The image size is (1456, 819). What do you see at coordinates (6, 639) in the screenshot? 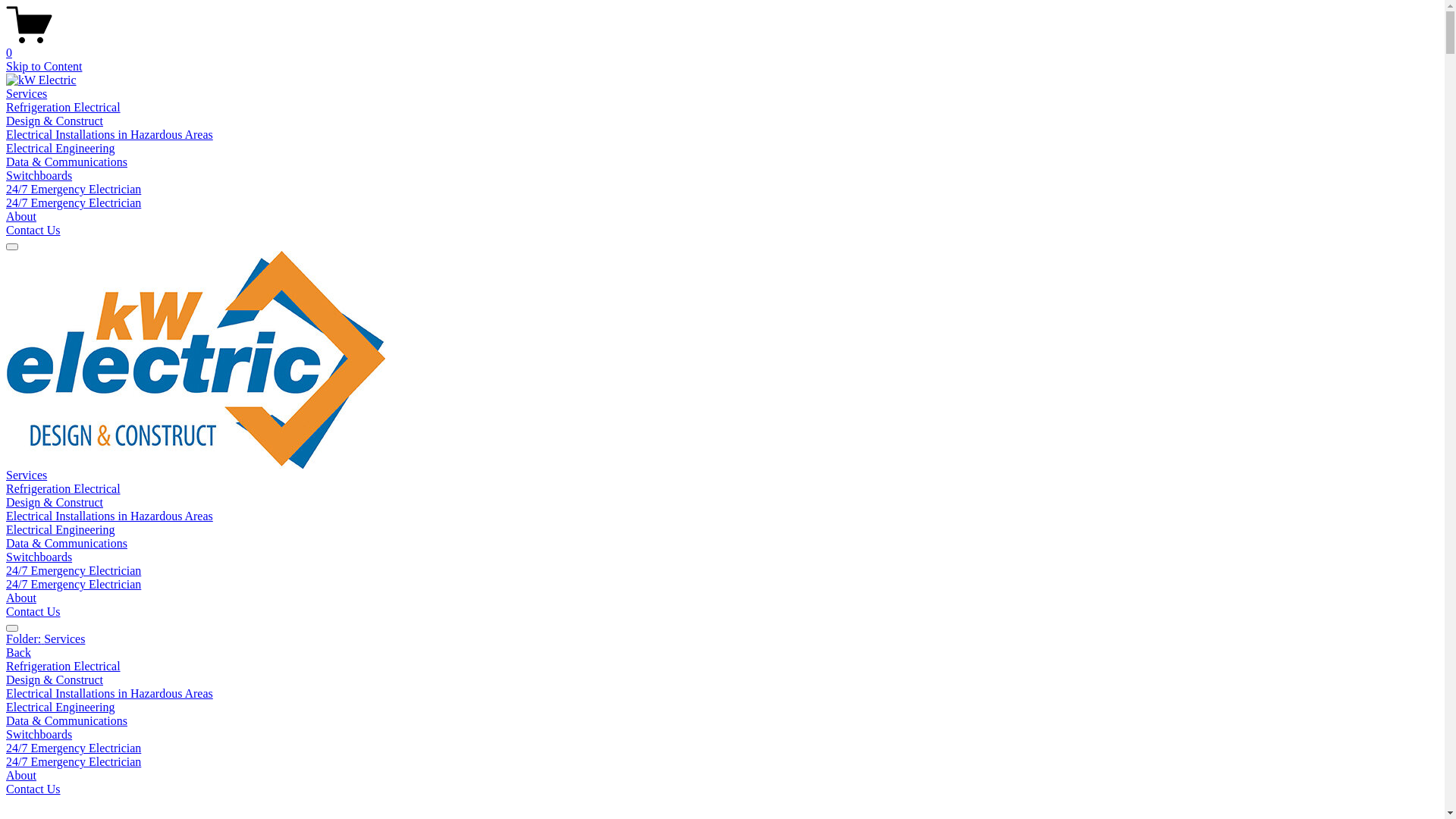
I see `'Folder: Services'` at bounding box center [6, 639].